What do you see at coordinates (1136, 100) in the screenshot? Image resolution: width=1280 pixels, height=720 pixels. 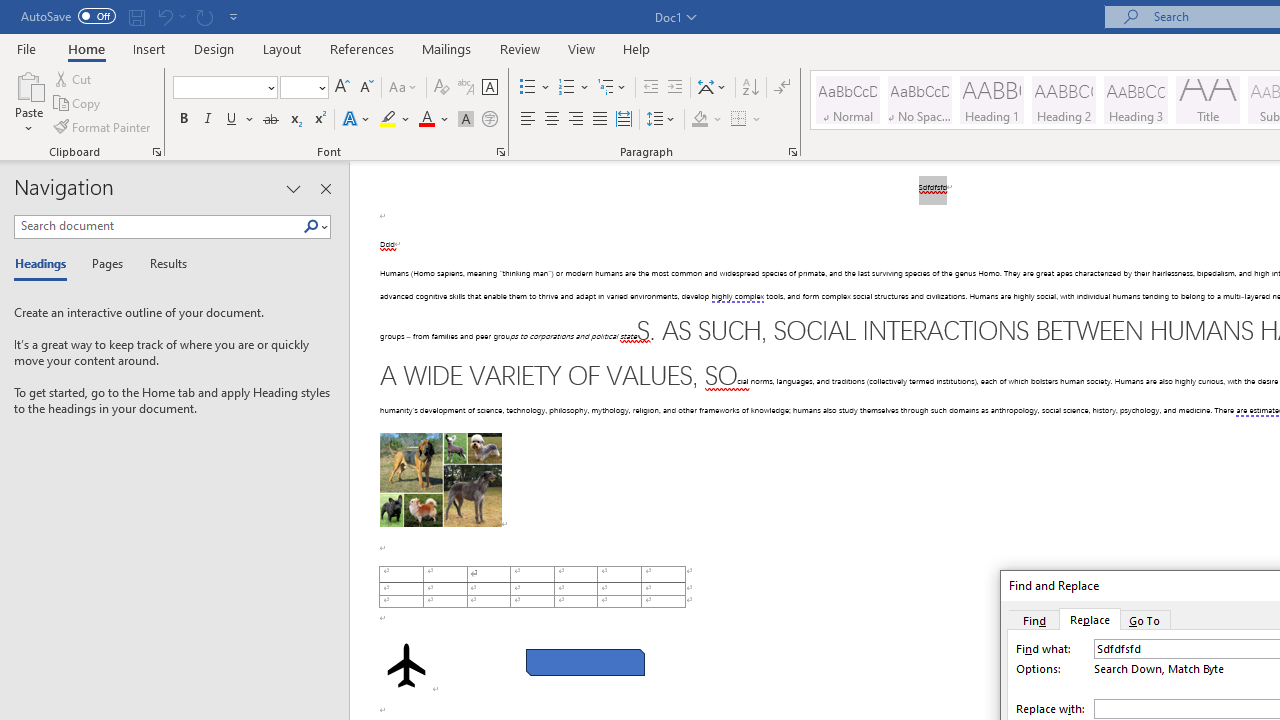 I see `'Heading 3'` at bounding box center [1136, 100].